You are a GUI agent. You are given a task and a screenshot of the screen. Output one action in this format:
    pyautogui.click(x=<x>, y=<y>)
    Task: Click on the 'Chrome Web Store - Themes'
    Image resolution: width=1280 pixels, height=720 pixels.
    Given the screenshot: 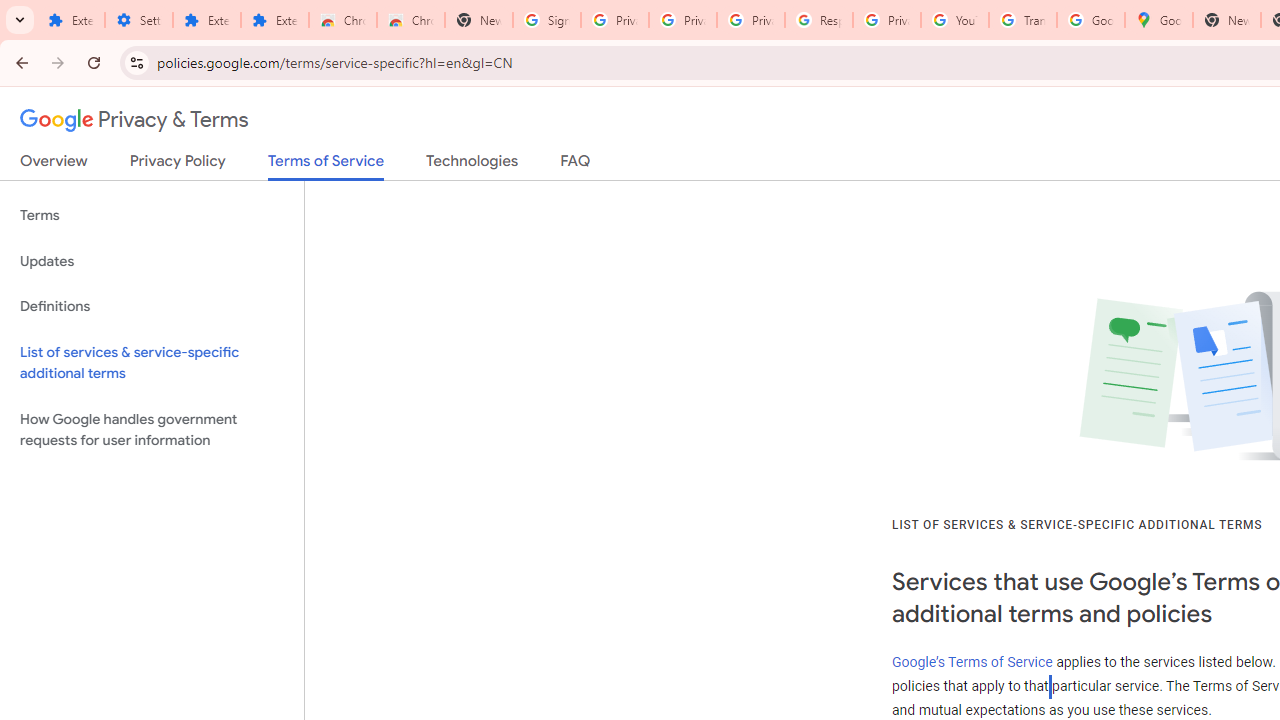 What is the action you would take?
    pyautogui.click(x=410, y=20)
    